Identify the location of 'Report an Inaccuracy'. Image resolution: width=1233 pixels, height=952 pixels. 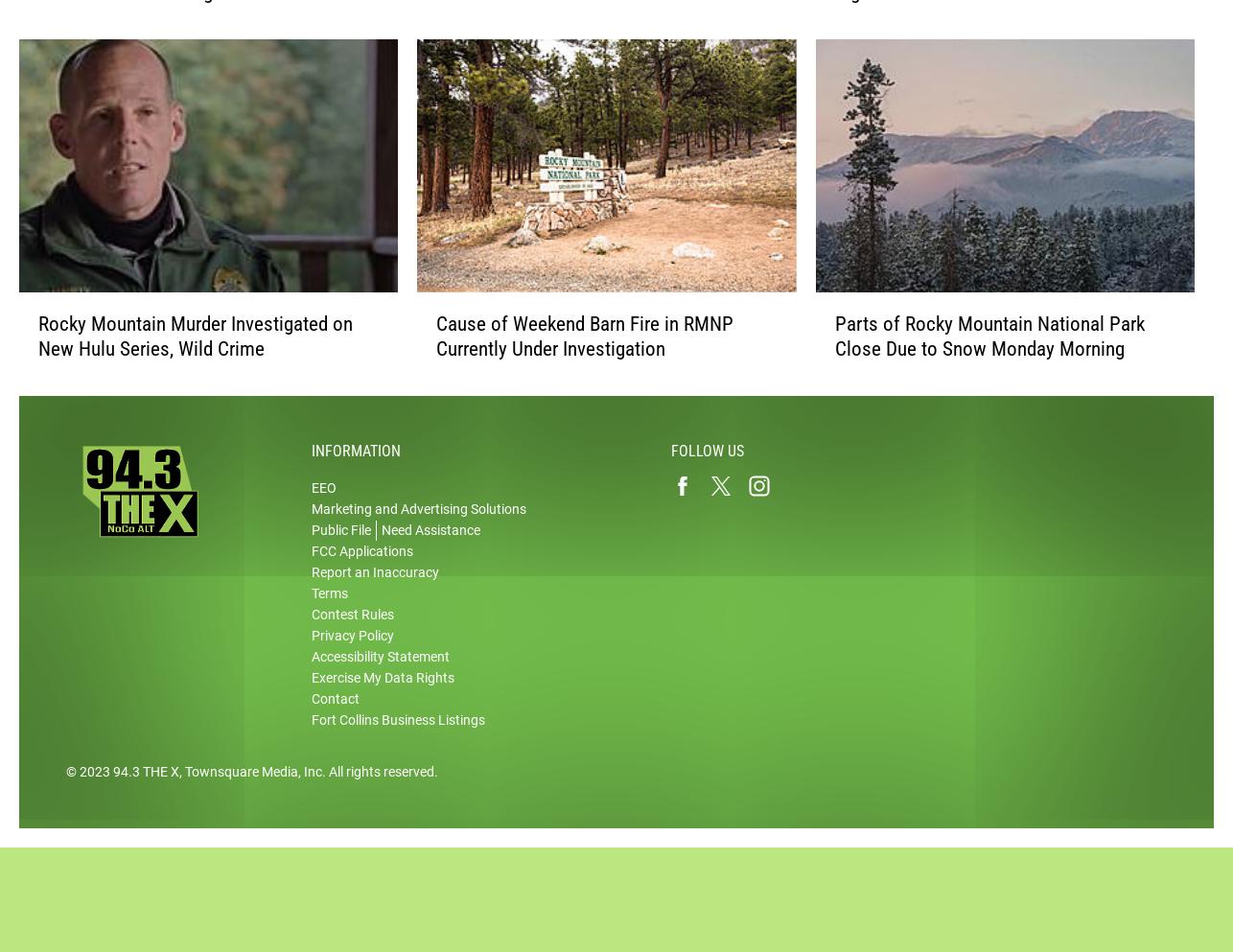
(310, 592).